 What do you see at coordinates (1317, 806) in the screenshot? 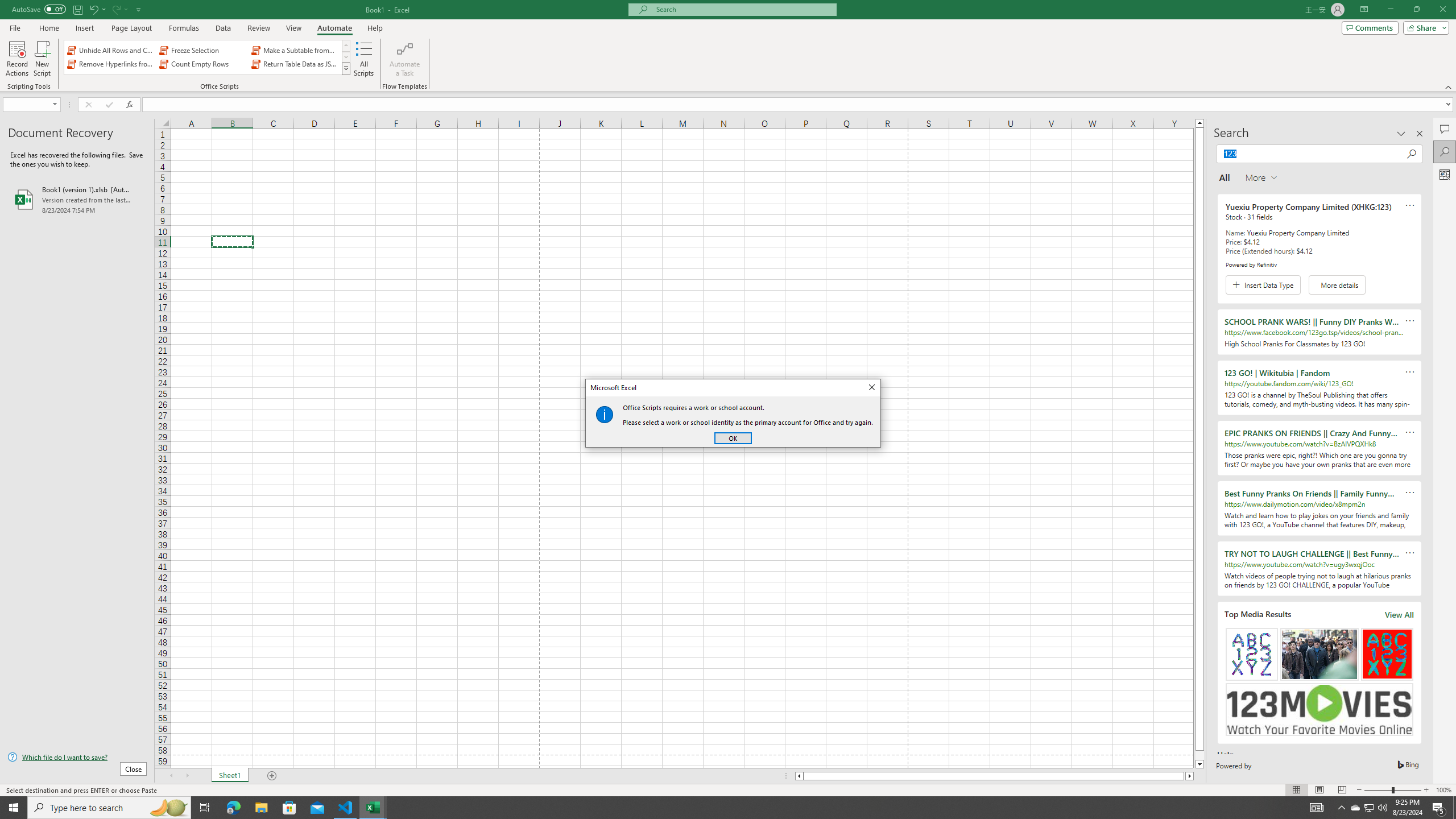
I see `'AutomationID: 4105'` at bounding box center [1317, 806].